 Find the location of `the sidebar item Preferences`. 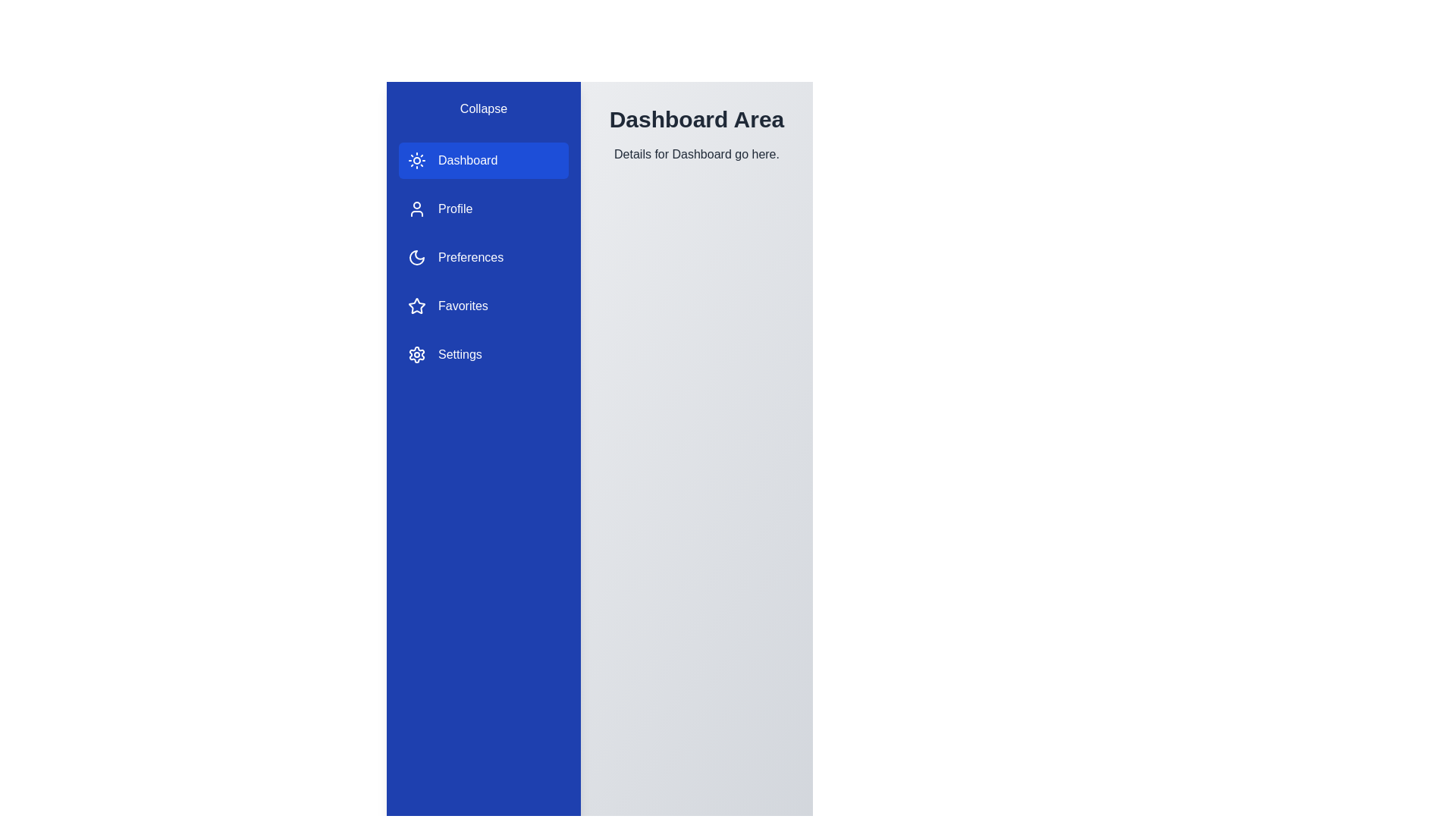

the sidebar item Preferences is located at coordinates (483, 256).